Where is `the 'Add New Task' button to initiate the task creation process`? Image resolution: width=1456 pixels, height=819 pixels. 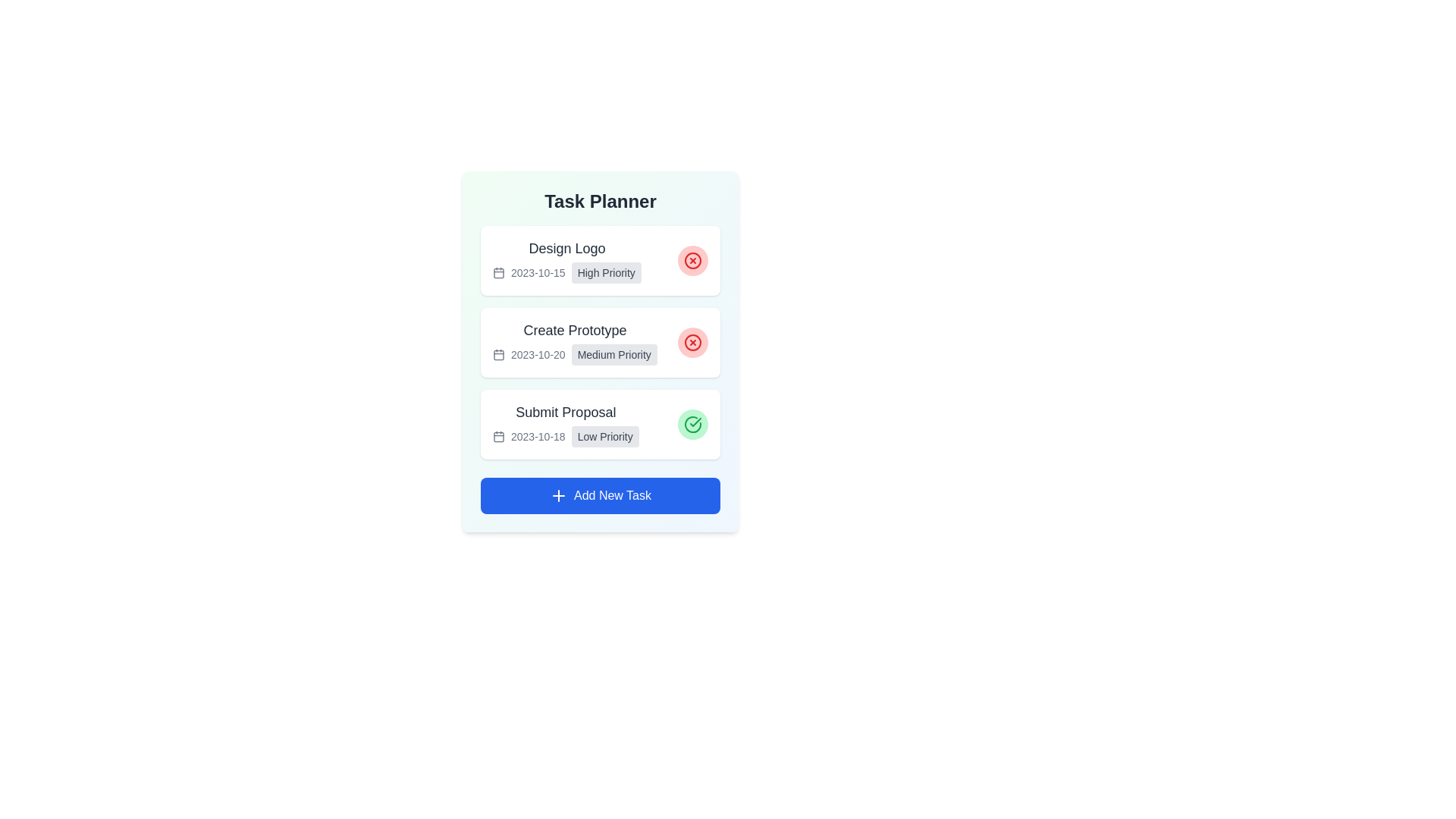
the 'Add New Task' button to initiate the task creation process is located at coordinates (600, 496).